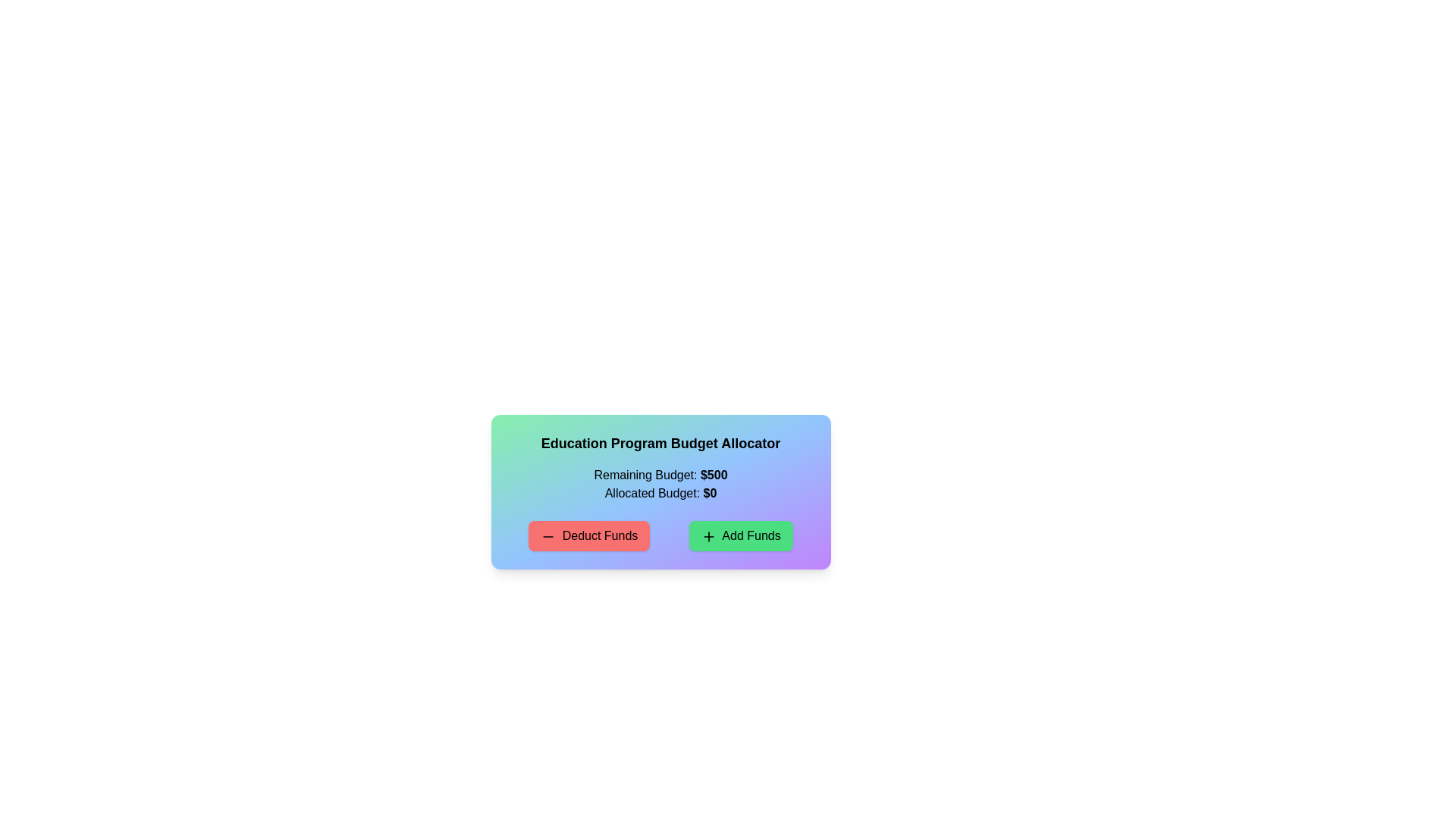 This screenshot has width=1456, height=819. What do you see at coordinates (661, 475) in the screenshot?
I see `the informational Text label displaying the currently remaining budget amount, which is positioned above the 'Allocated Budget: $0' text` at bounding box center [661, 475].